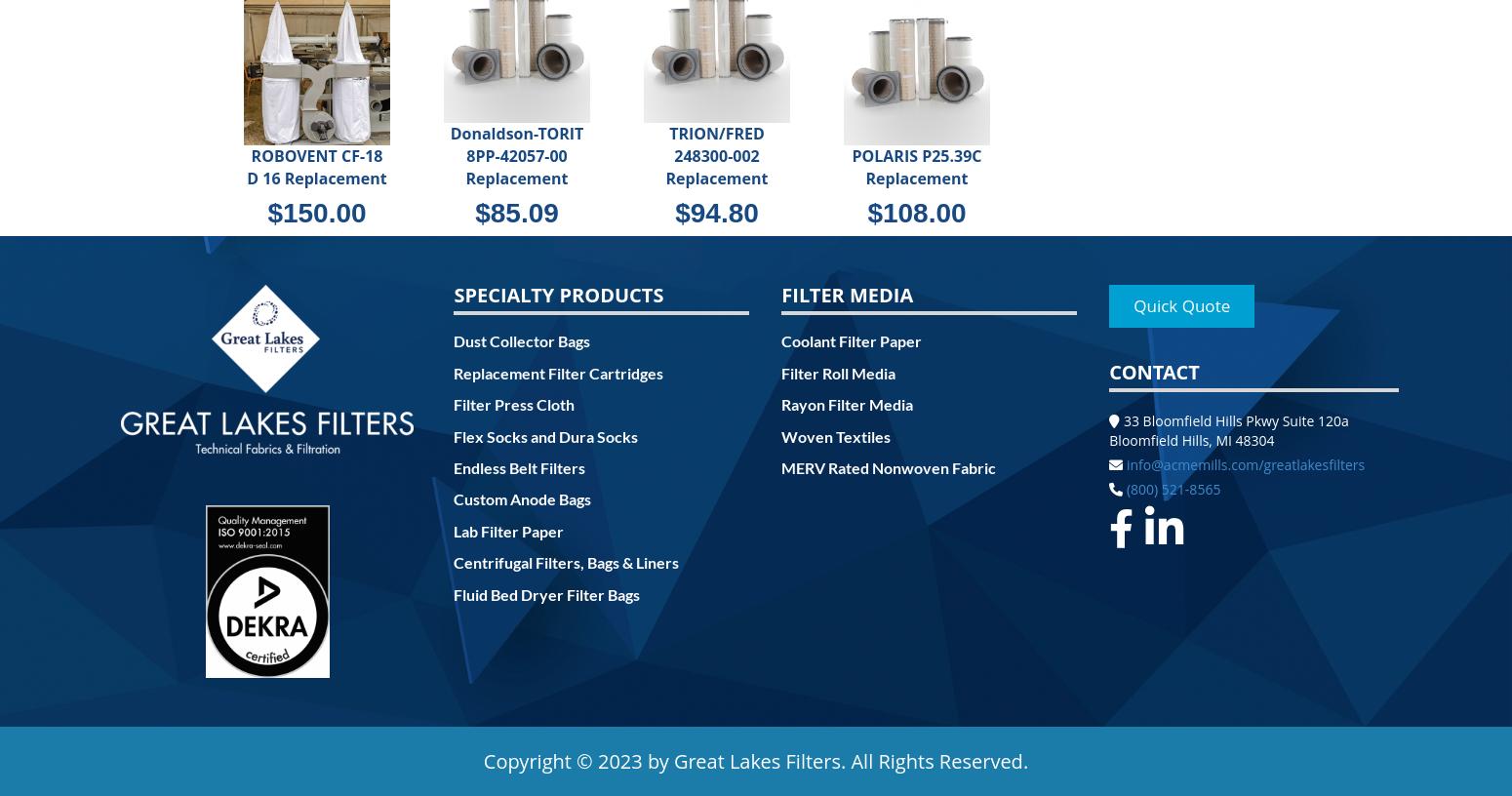 The image size is (1512, 796). Describe the element at coordinates (838, 372) in the screenshot. I see `'Filter Roll Media'` at that location.